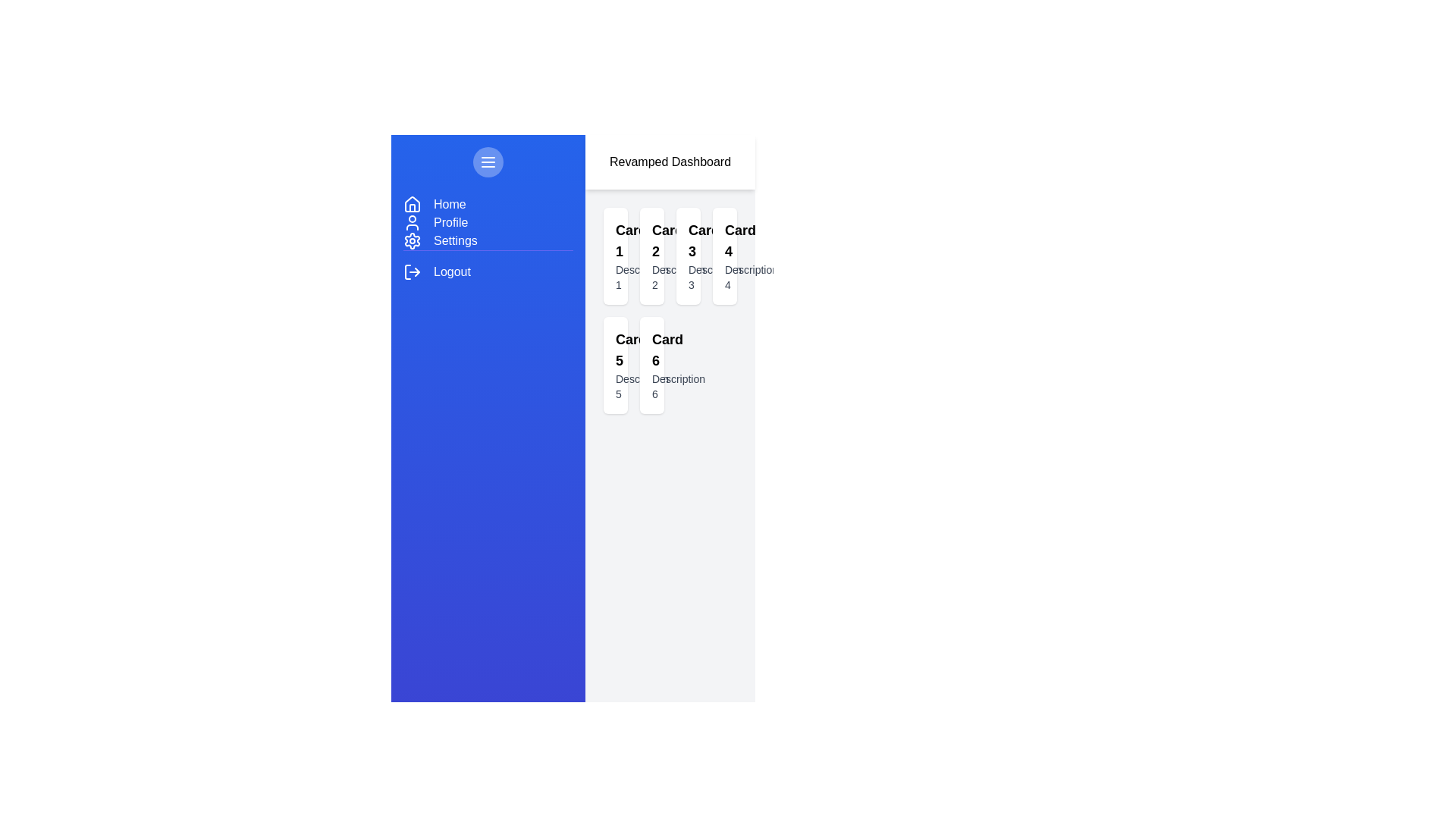 The height and width of the screenshot is (819, 1456). Describe the element at coordinates (488, 238) in the screenshot. I see `the 'Settings' menu item in the vertical sidebar menu` at that location.